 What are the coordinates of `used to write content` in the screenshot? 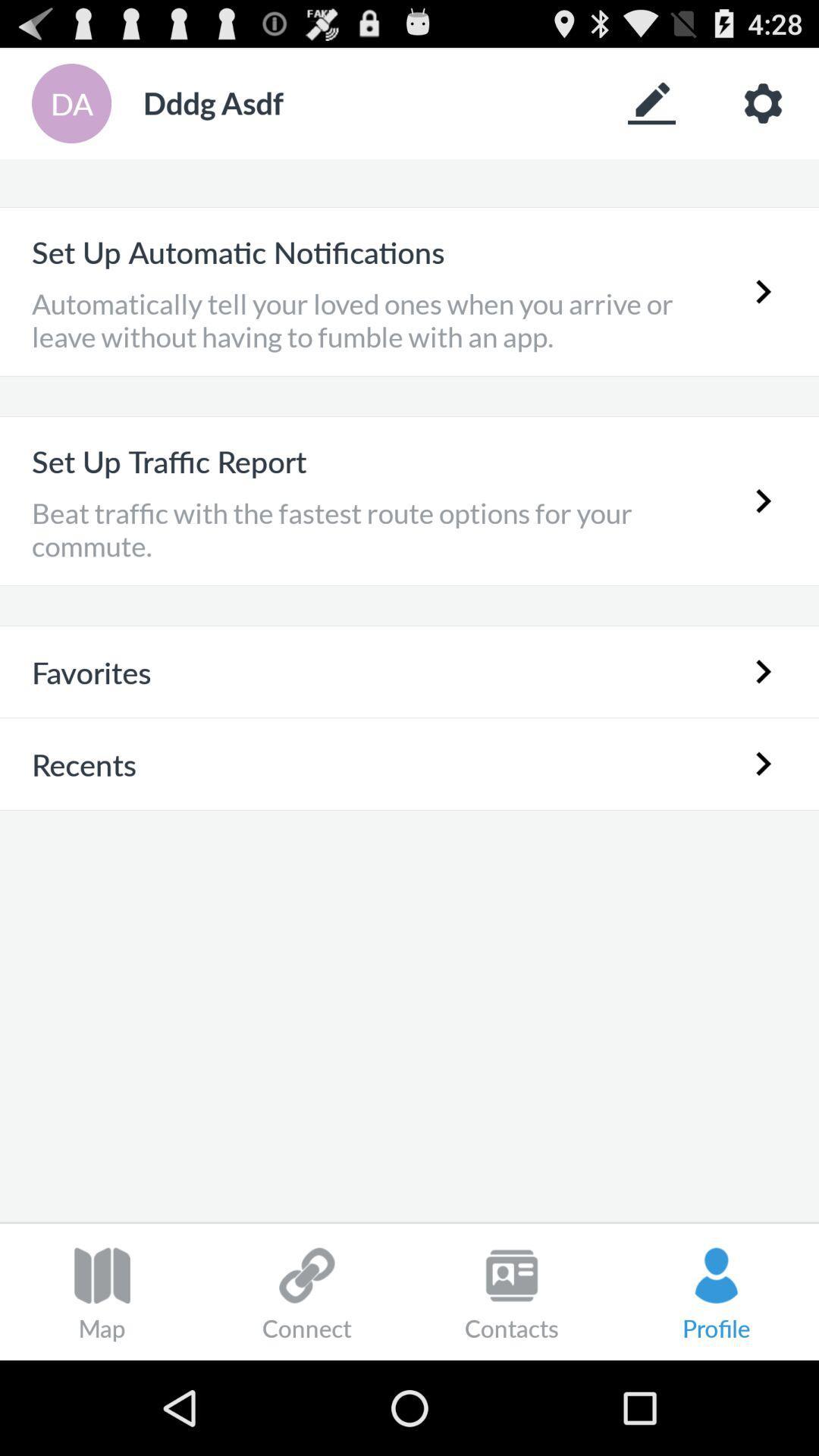 It's located at (651, 102).